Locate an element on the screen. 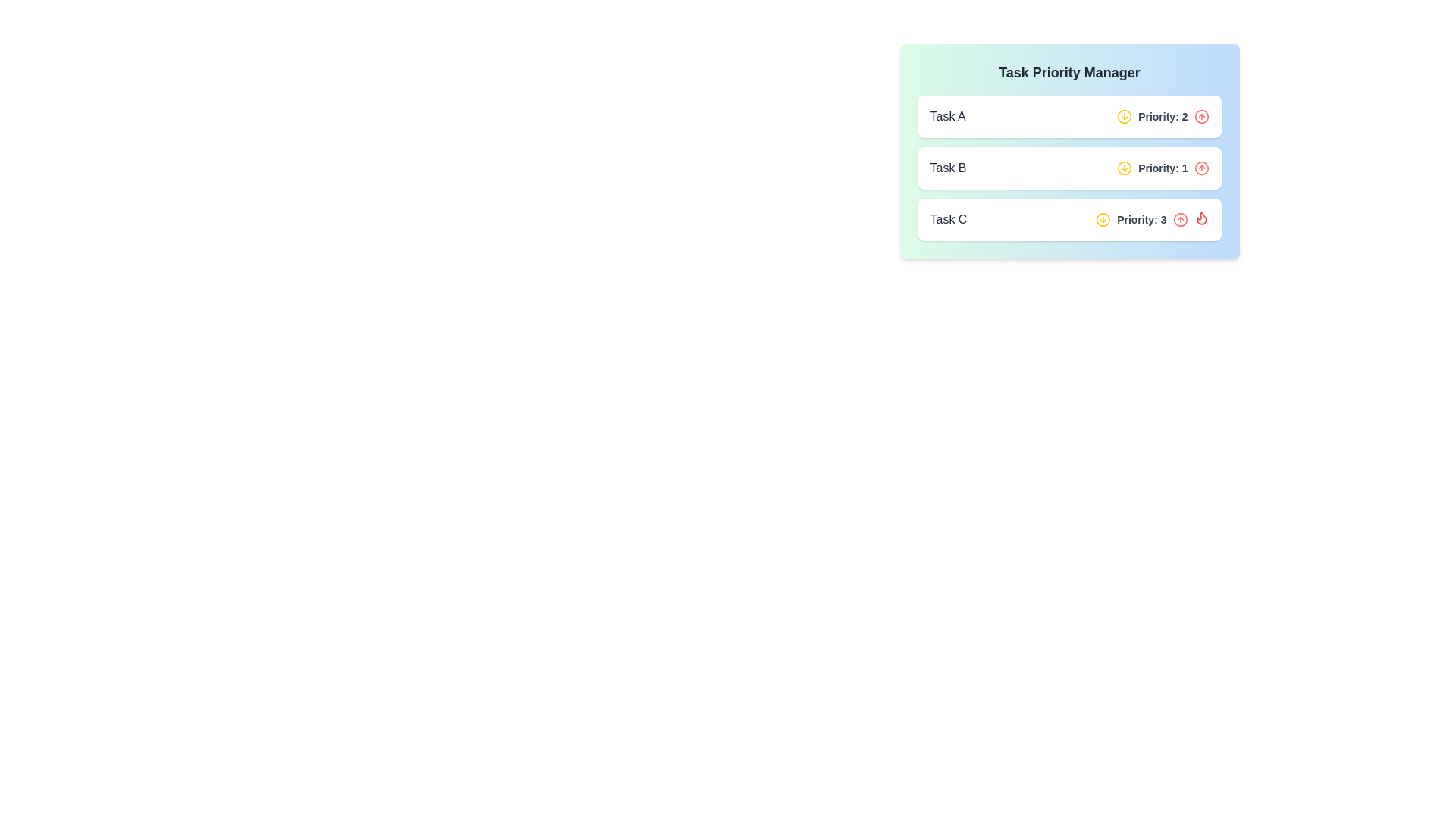 The width and height of the screenshot is (1456, 819). the flame icon in the 'Task Priority Manager' interface, which is located towards the right end of the row corresponding to 'Task C' is located at coordinates (1200, 218).